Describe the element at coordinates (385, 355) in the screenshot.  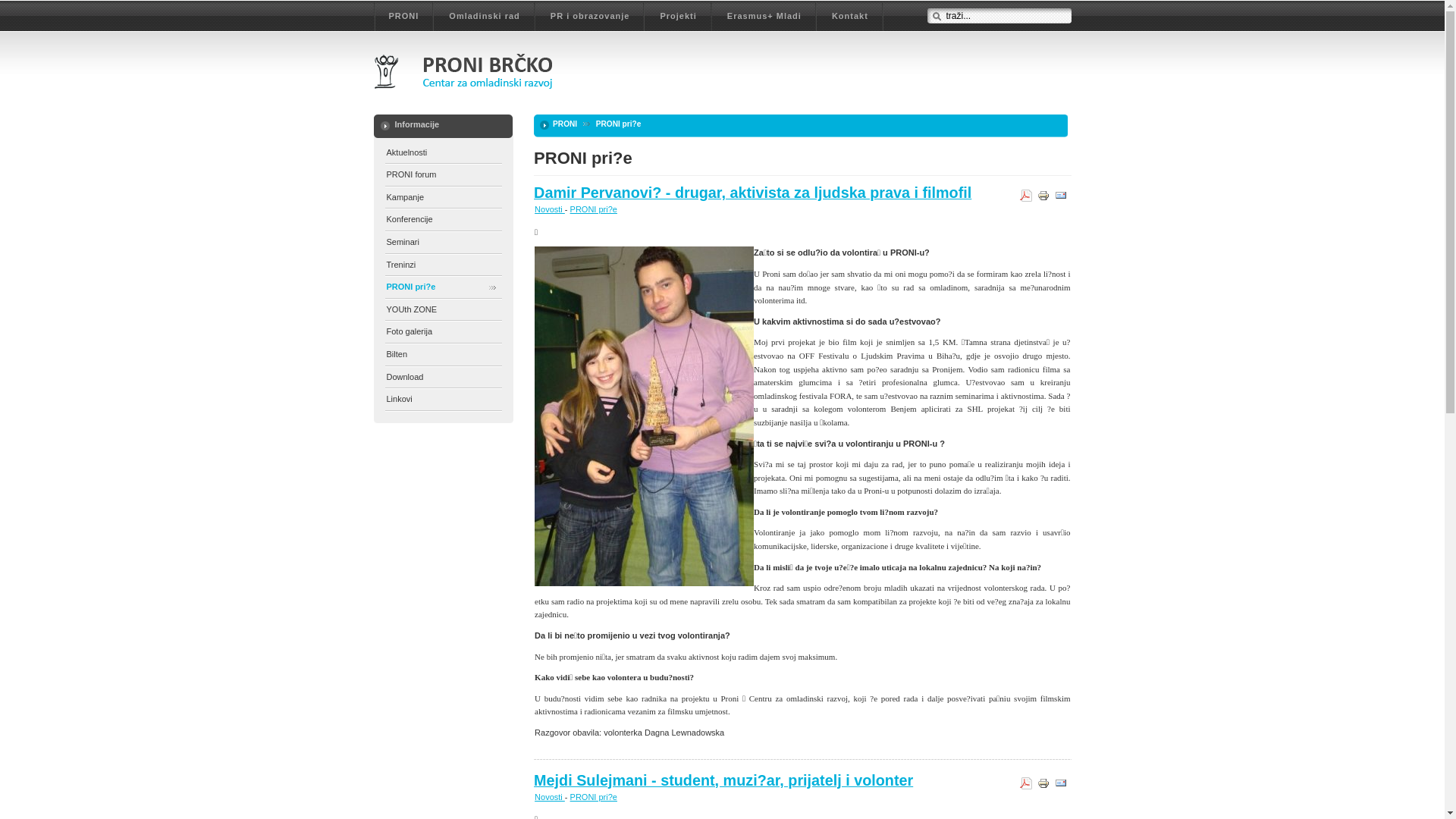
I see `'Bilten'` at that location.